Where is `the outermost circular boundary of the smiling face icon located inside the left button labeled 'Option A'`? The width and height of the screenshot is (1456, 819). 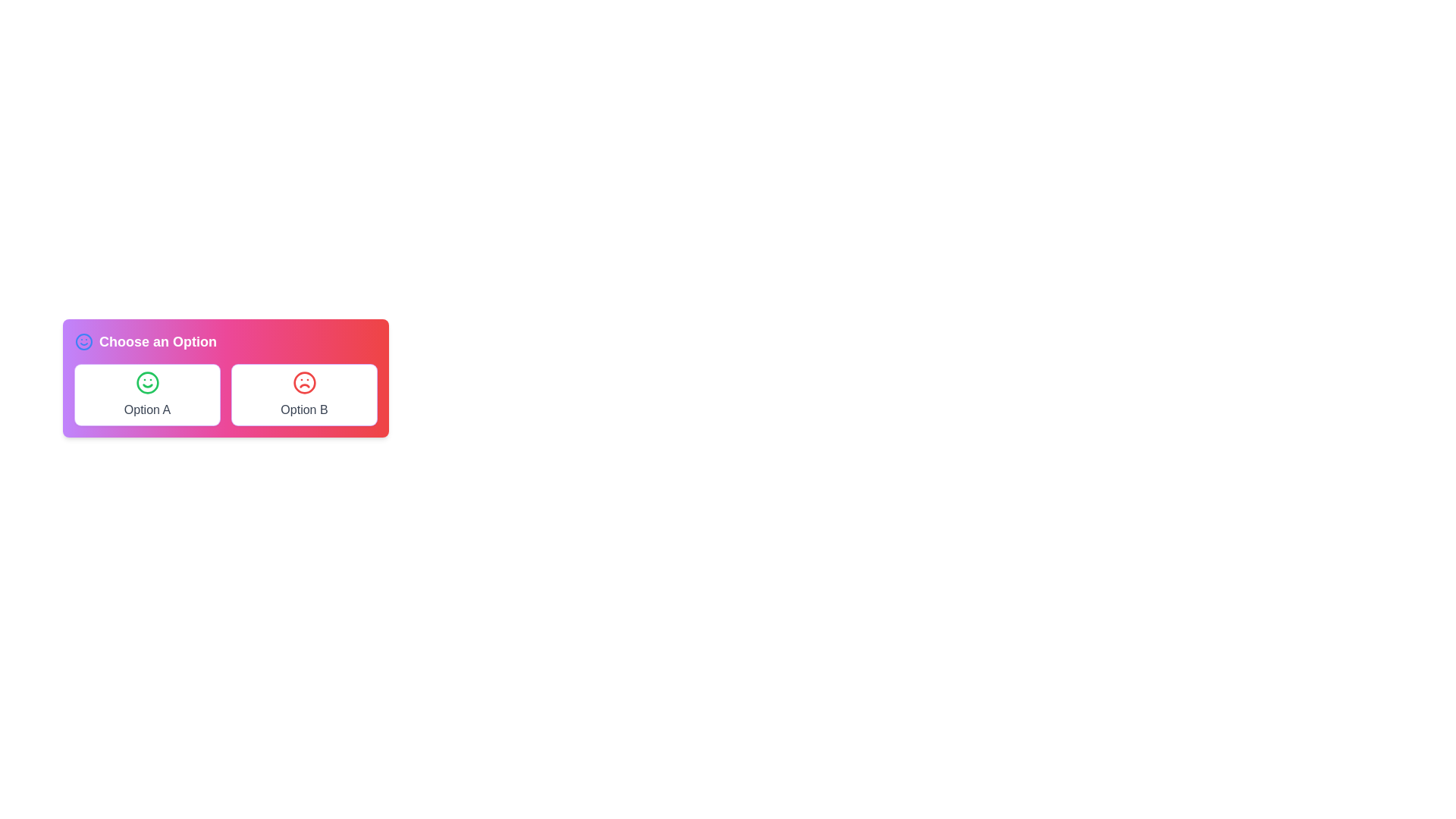
the outermost circular boundary of the smiling face icon located inside the left button labeled 'Option A' is located at coordinates (147, 382).